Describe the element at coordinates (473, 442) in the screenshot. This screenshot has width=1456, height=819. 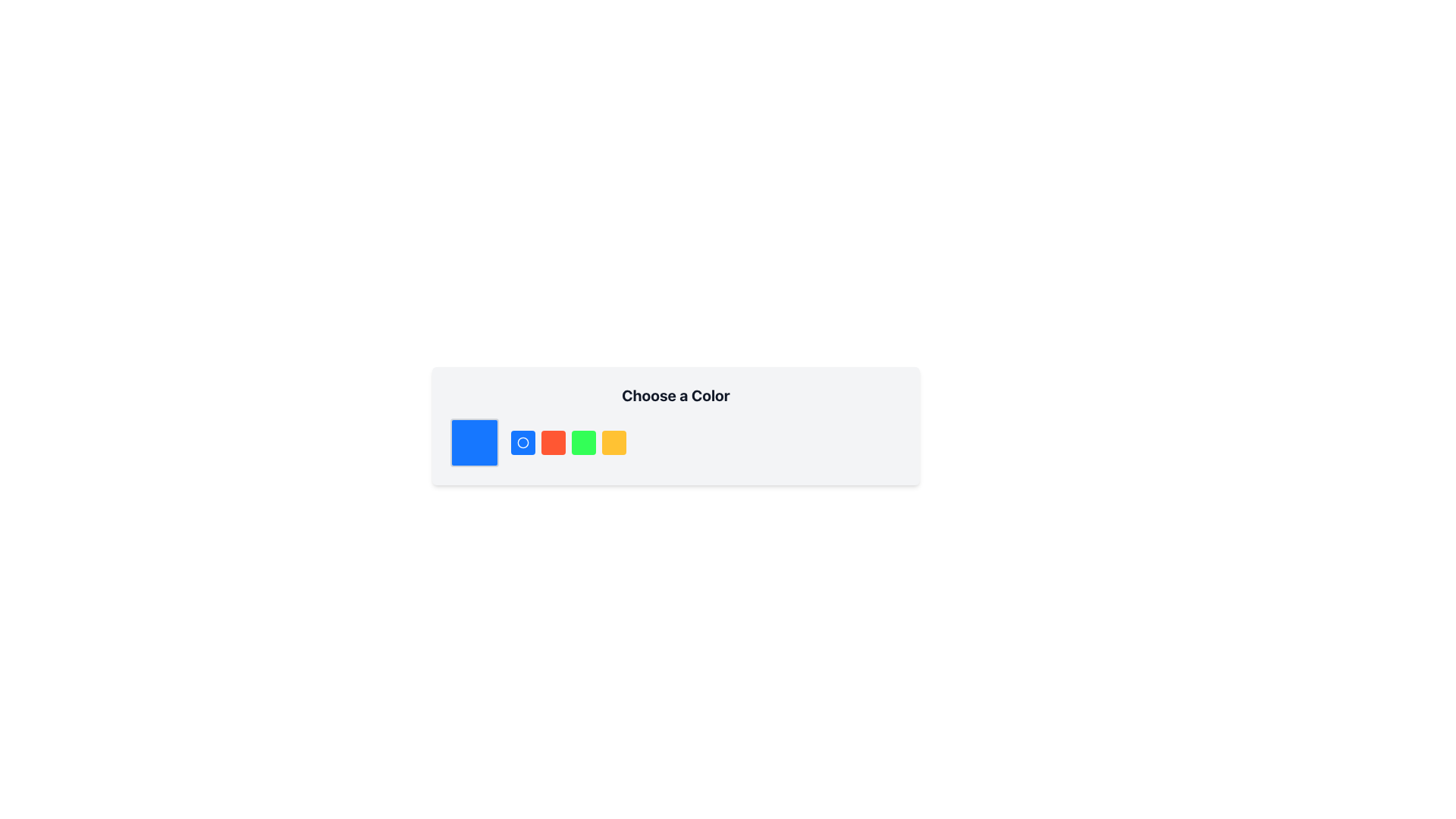
I see `the stylized blue box with rounded corners` at that location.